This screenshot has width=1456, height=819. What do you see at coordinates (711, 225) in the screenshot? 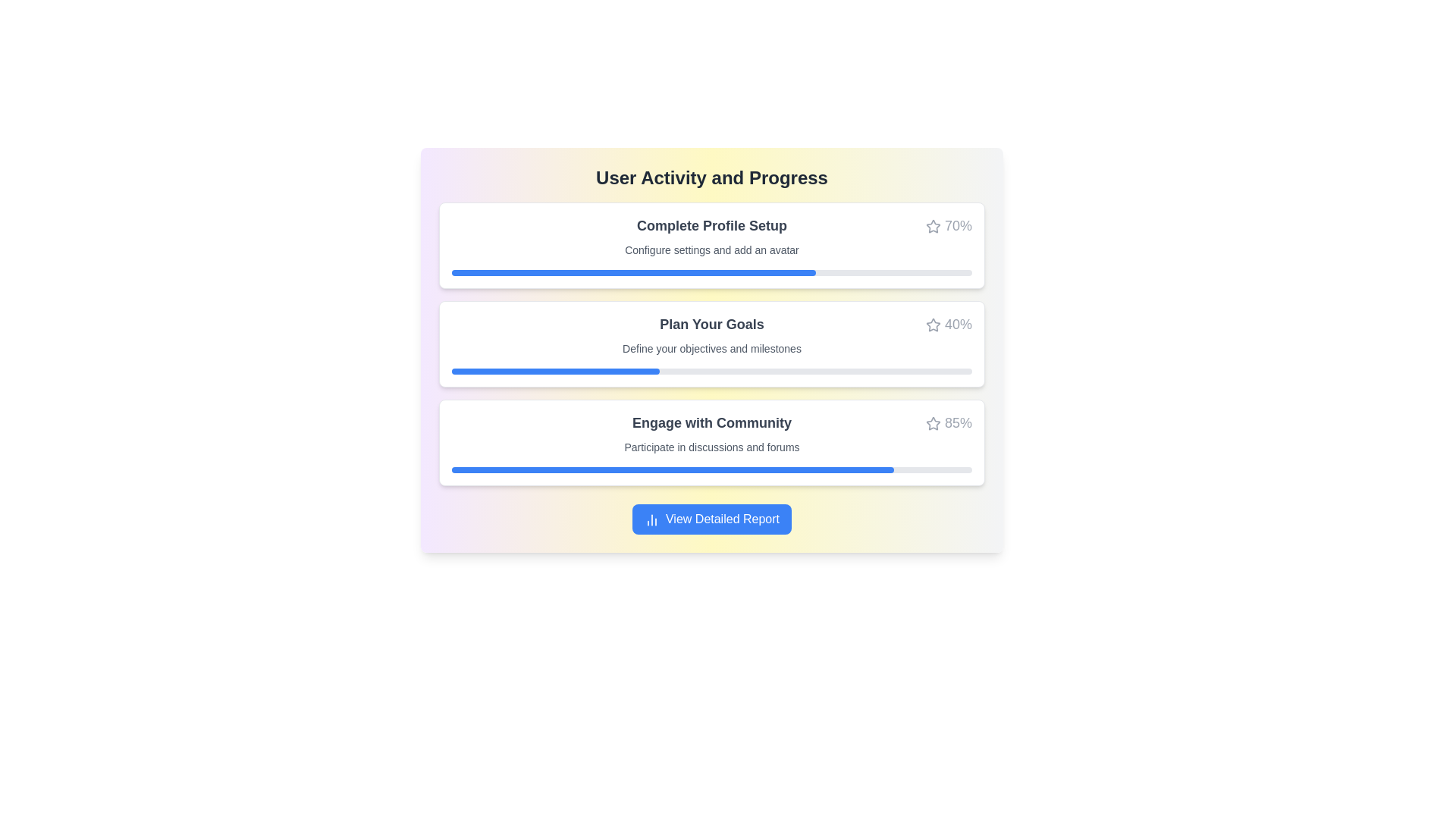
I see `the bold text label 'Complete Profile Setup' located at the top of the card-like structure, which is styled to emphasize importance` at bounding box center [711, 225].